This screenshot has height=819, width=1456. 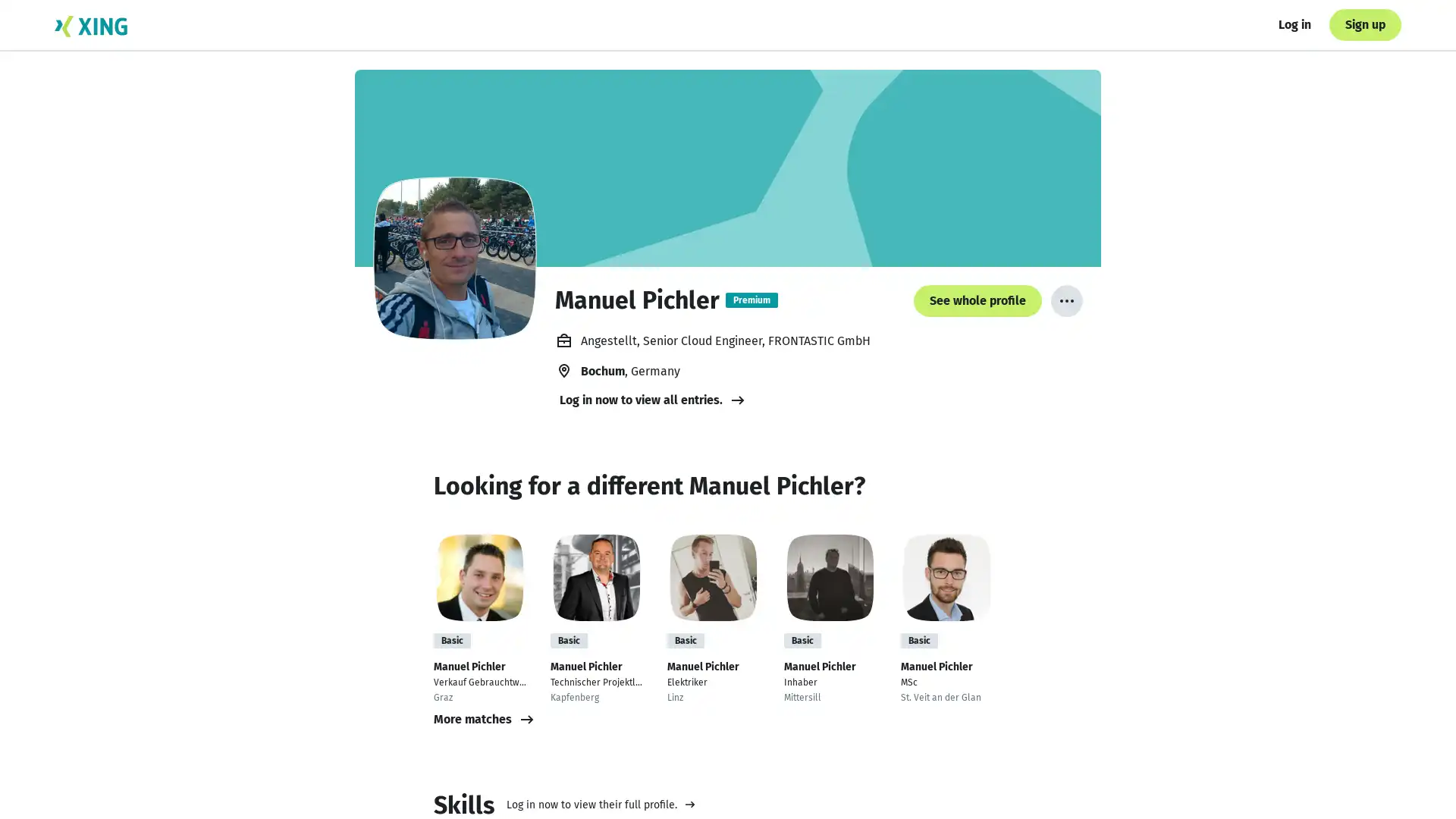 What do you see at coordinates (1036, 775) in the screenshot?
I see `See whole profile` at bounding box center [1036, 775].